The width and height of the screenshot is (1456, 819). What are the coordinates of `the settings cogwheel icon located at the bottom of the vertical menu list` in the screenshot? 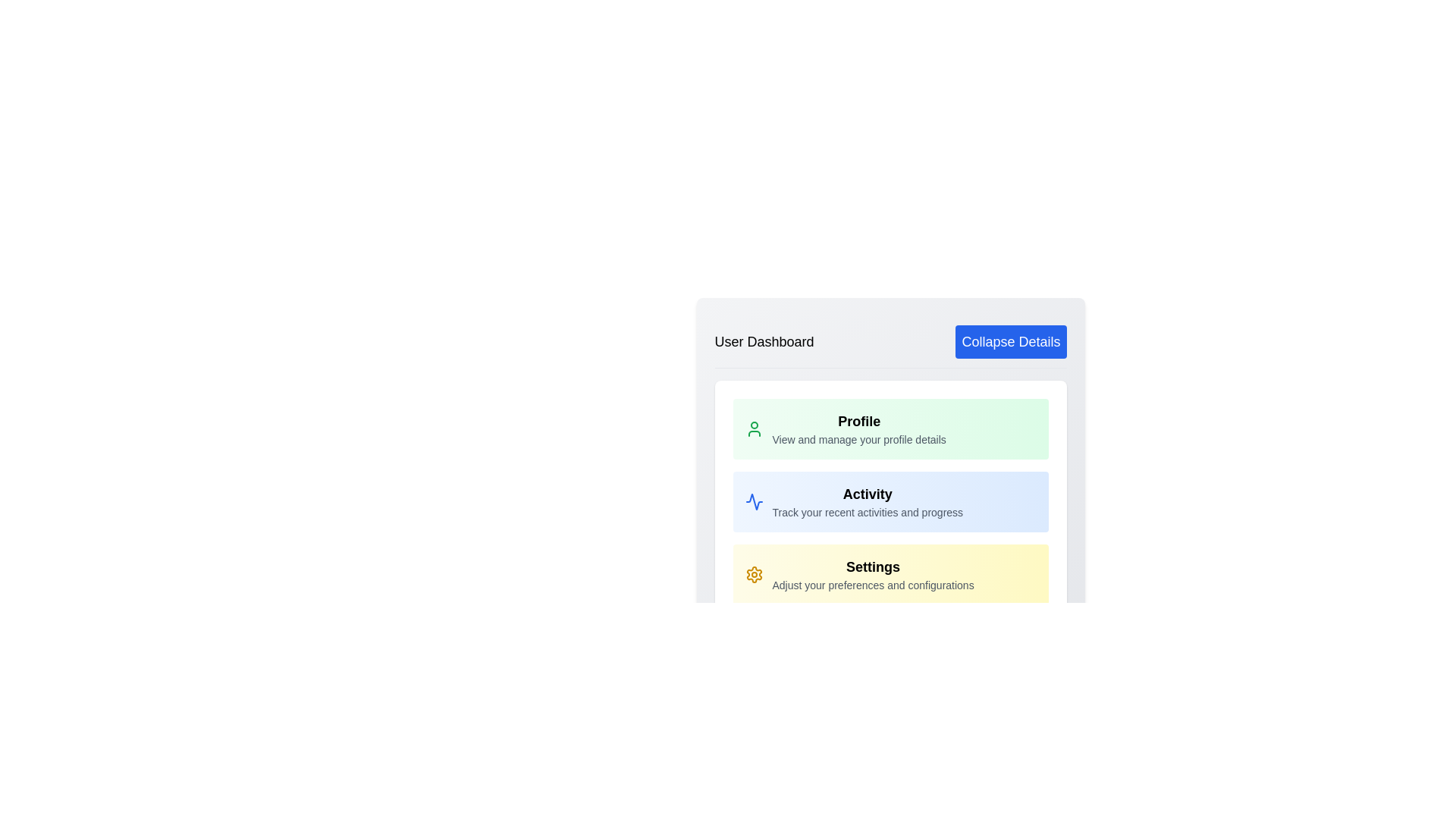 It's located at (754, 575).